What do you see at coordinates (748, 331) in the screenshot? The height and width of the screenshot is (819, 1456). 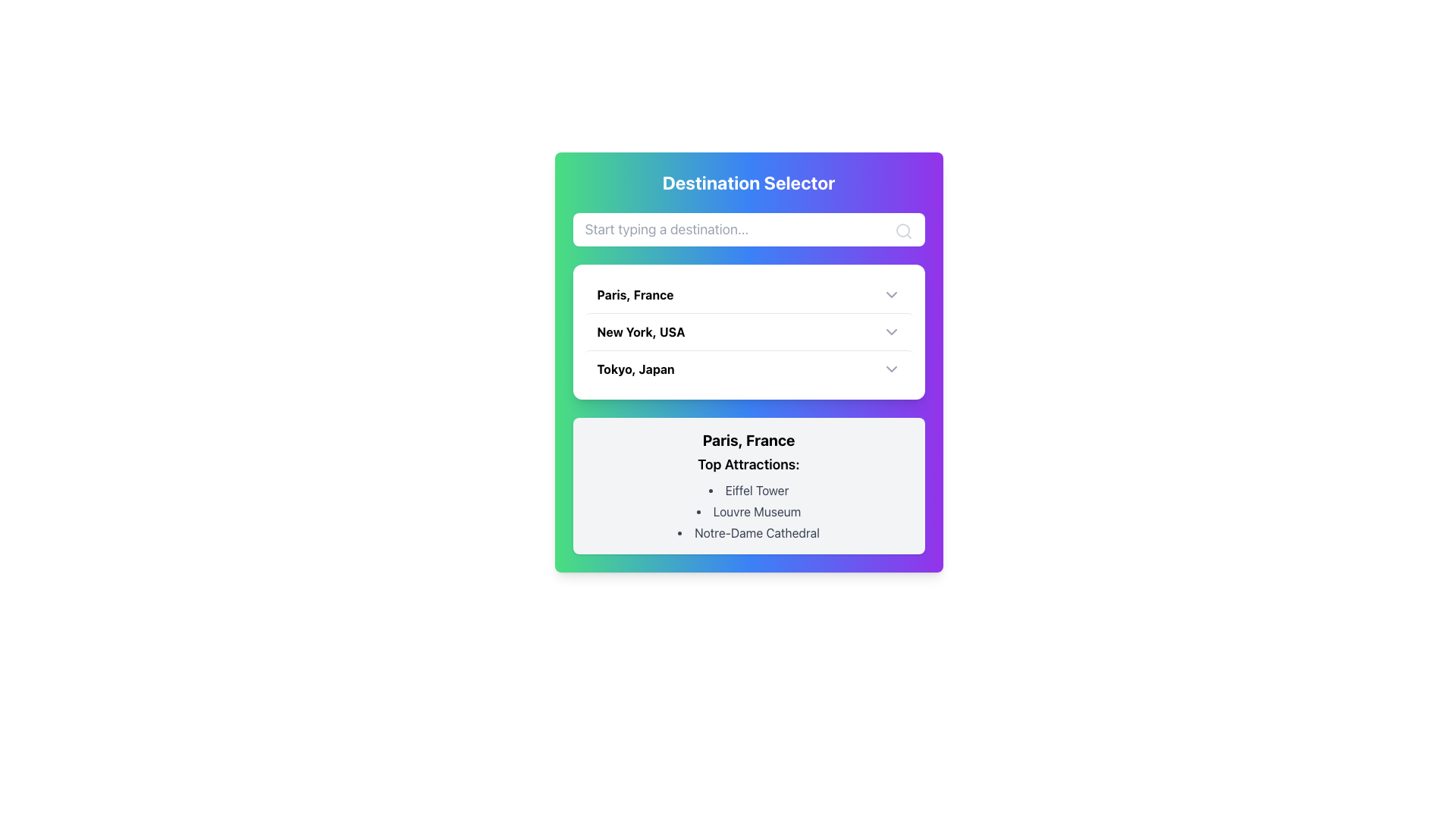 I see `the second item in the destination selection menu labeled 'New York, USA'` at bounding box center [748, 331].